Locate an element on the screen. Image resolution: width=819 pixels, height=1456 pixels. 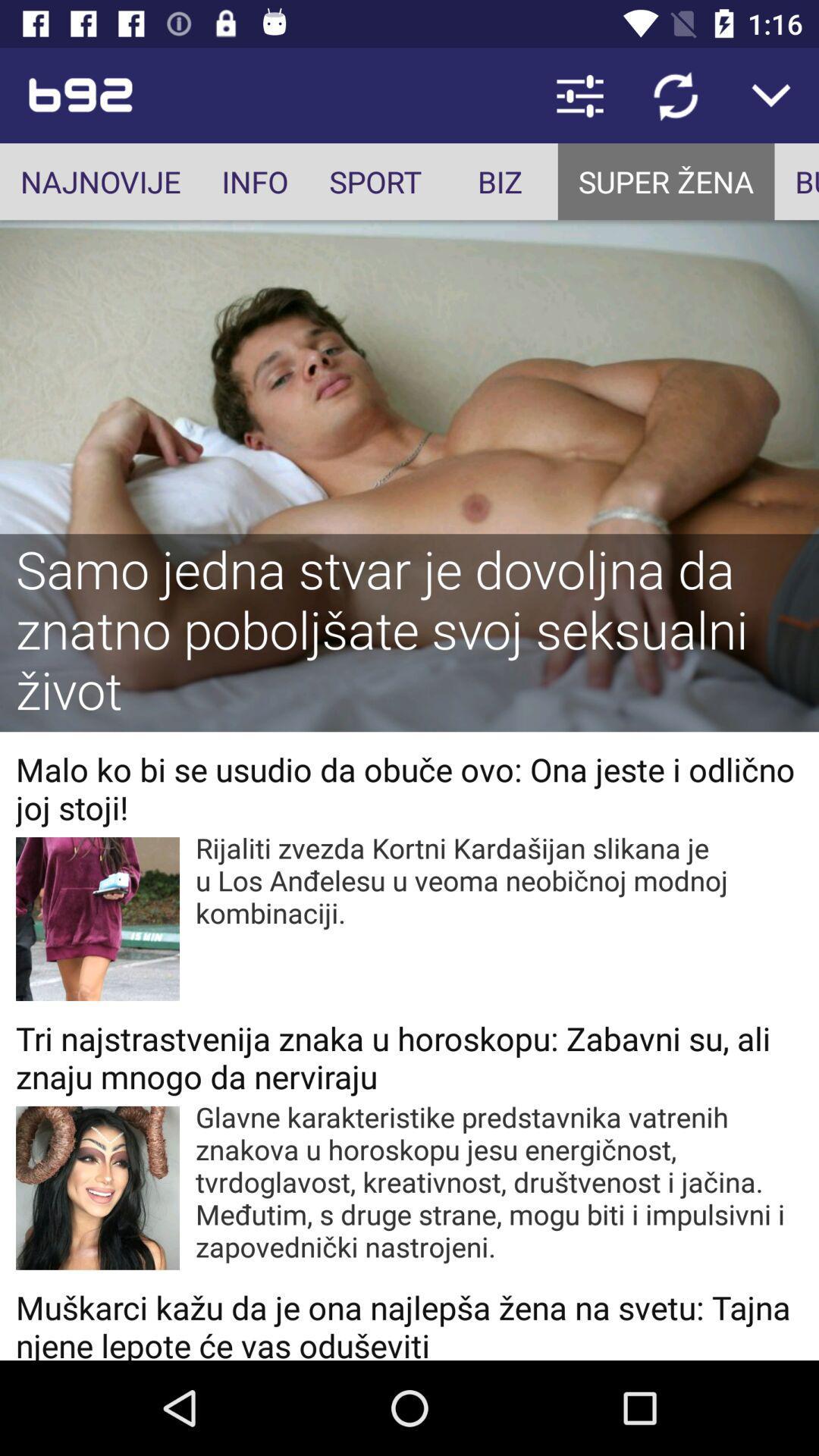
icon to the left of sport app is located at coordinates (254, 181).